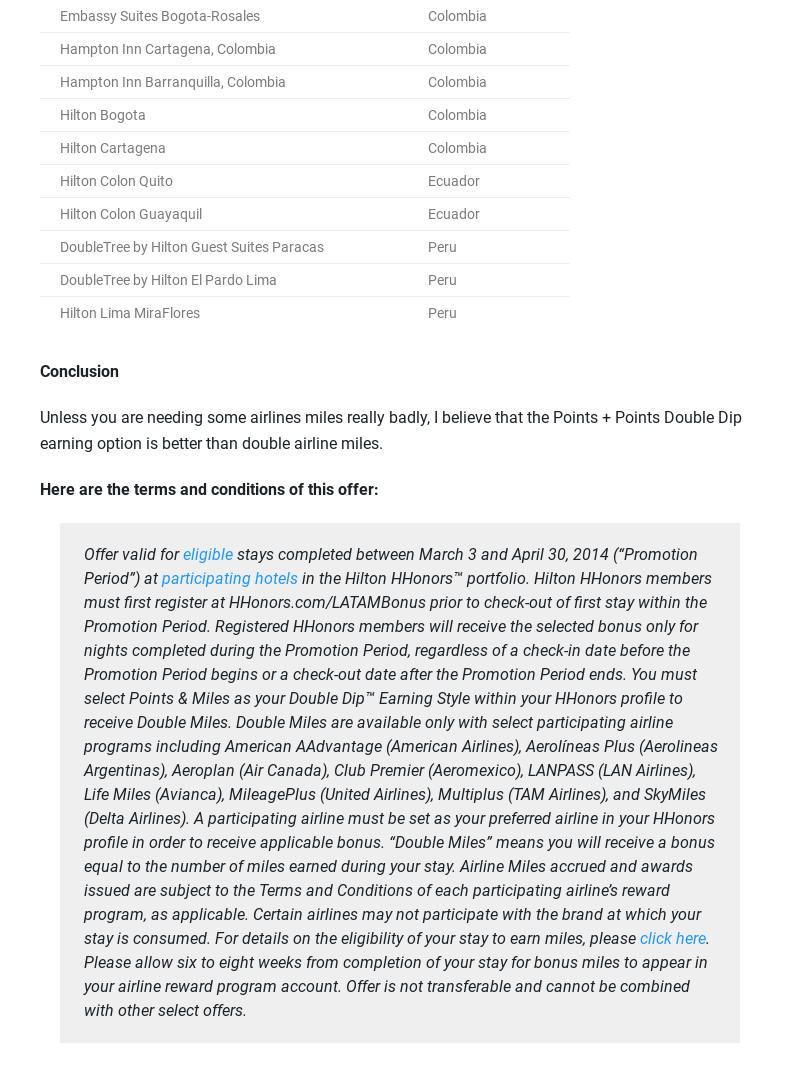  I want to click on 'in the Hilton HHonors™ portfolio. Hilton HHonors members must first register at HHonors.com/LATAMBonus prior to check-out of first stay within the Promotion Period. Registered HHonors members will receive the selected bonus only for nights completed during the Promotion Period, regardless of a check-in date before the Promotion Period begins or a check-out date after the Promotion Period ends. You must select Points & Miles as your Double Dip™ Earning Style within your HHonors profile to receive Double Miles. Double Miles are available only with select participating airline programs including American AAdvantage (American Airlines), Aerolíneas Plus (Aerolineas Argentinas), Aeroplan (Air Canada), Club Premier (Aeromexico), LANPASS (LAN Airlines), Life Miles (Avianca), MileagePlus (United Airlines), Multiplus (TAM Airlines), and SkyMiles (Delta Airlines). A participating airline must be set as your preferred airline in your HHonors profile in order to receive applicable bonus. “Double Miles” means you will receive a bonus equal to the number of miles earned during your stay. Airline Miles accrued and awards issued are subject to the Terms and Conditions of each participating airline’s reward program, as applicable. Certain airlines may not participate with the brand at which your stay is consumed. For details on the eligibility of your stay to earn miles, please', so click(400, 758).